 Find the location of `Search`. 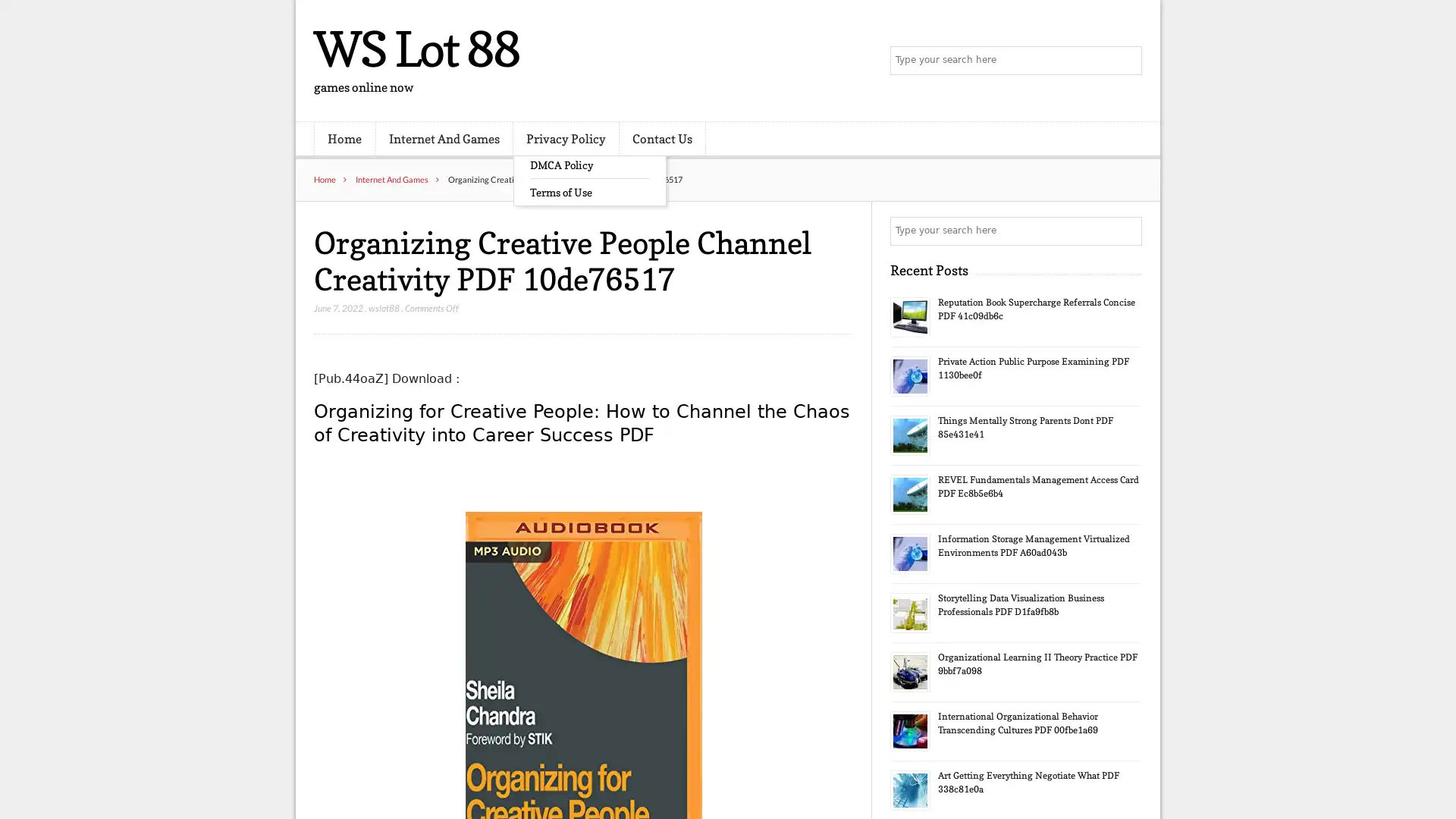

Search is located at coordinates (1126, 61).